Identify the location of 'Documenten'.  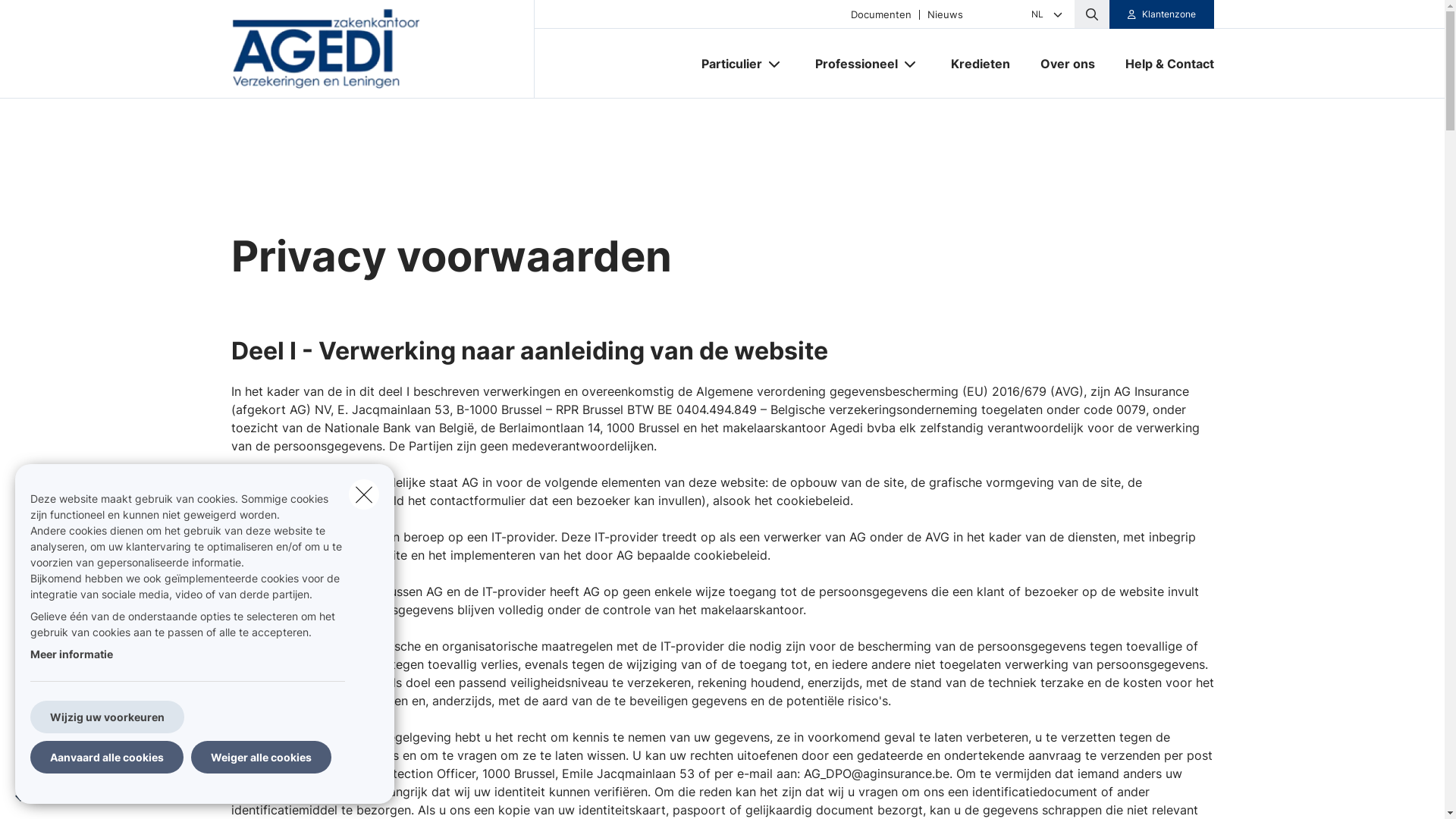
(880, 14).